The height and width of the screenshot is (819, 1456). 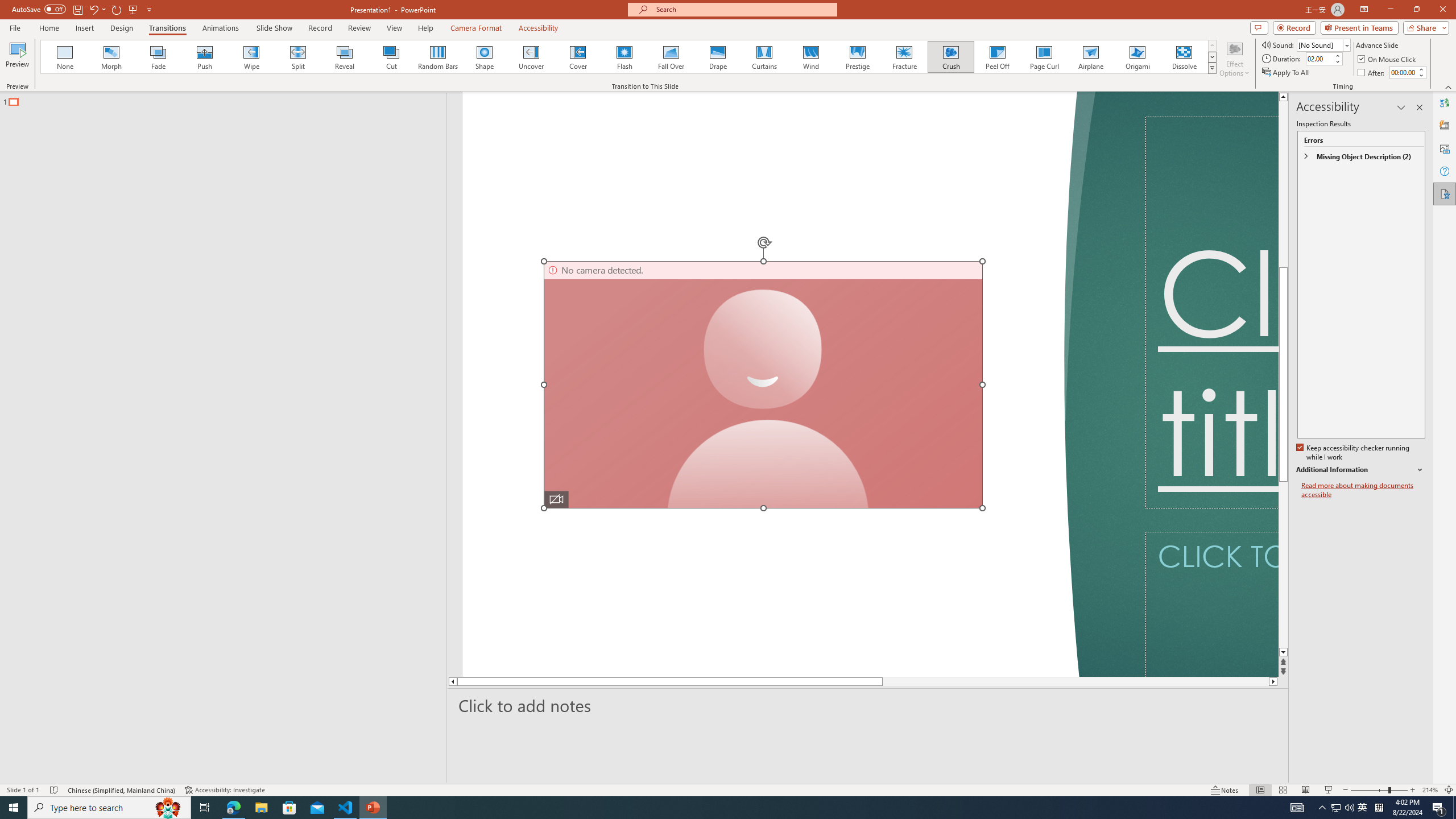 What do you see at coordinates (438, 56) in the screenshot?
I see `'Random Bars'` at bounding box center [438, 56].